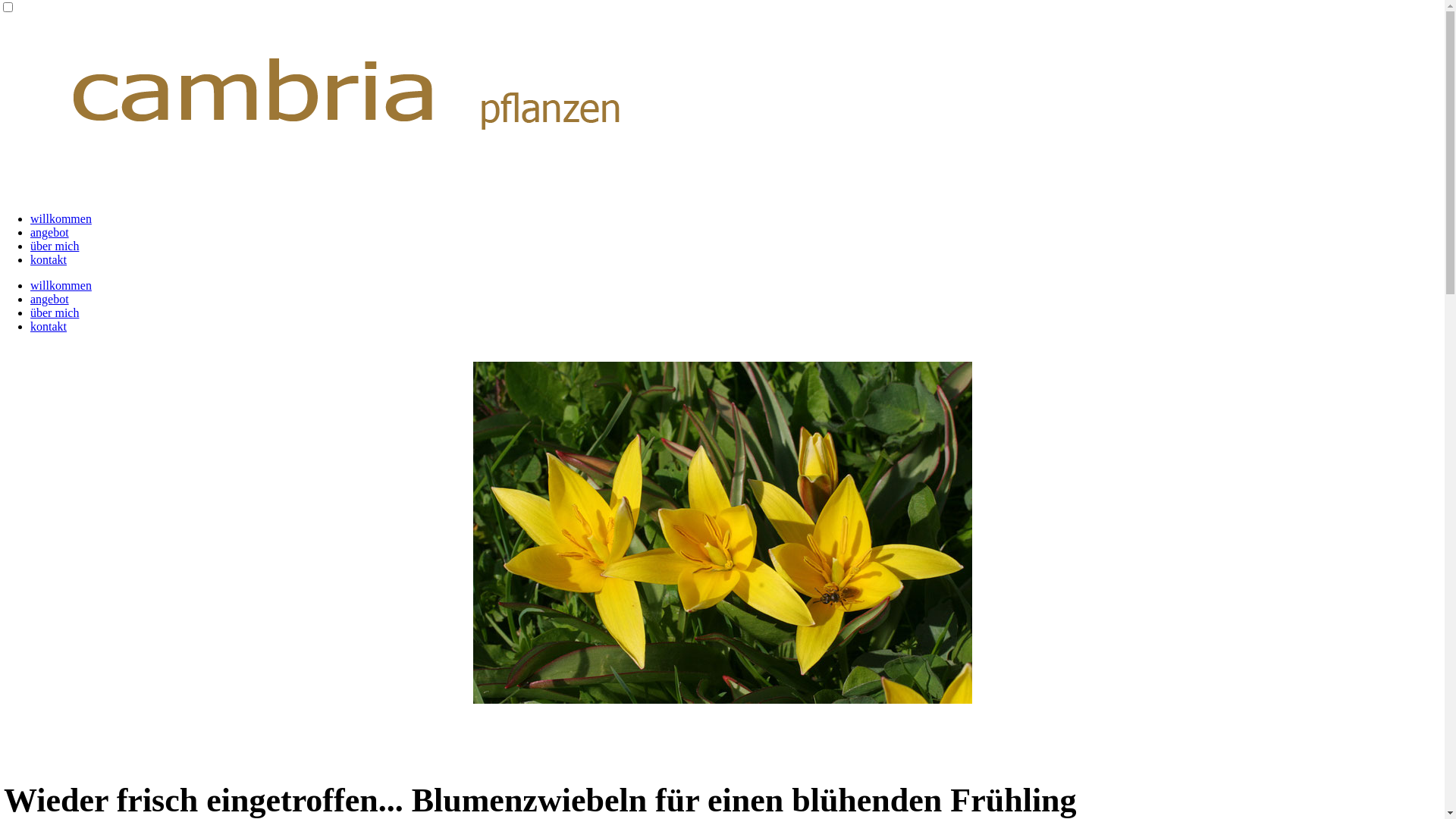 Image resolution: width=1456 pixels, height=819 pixels. Describe the element at coordinates (49, 232) in the screenshot. I see `'angebot'` at that location.